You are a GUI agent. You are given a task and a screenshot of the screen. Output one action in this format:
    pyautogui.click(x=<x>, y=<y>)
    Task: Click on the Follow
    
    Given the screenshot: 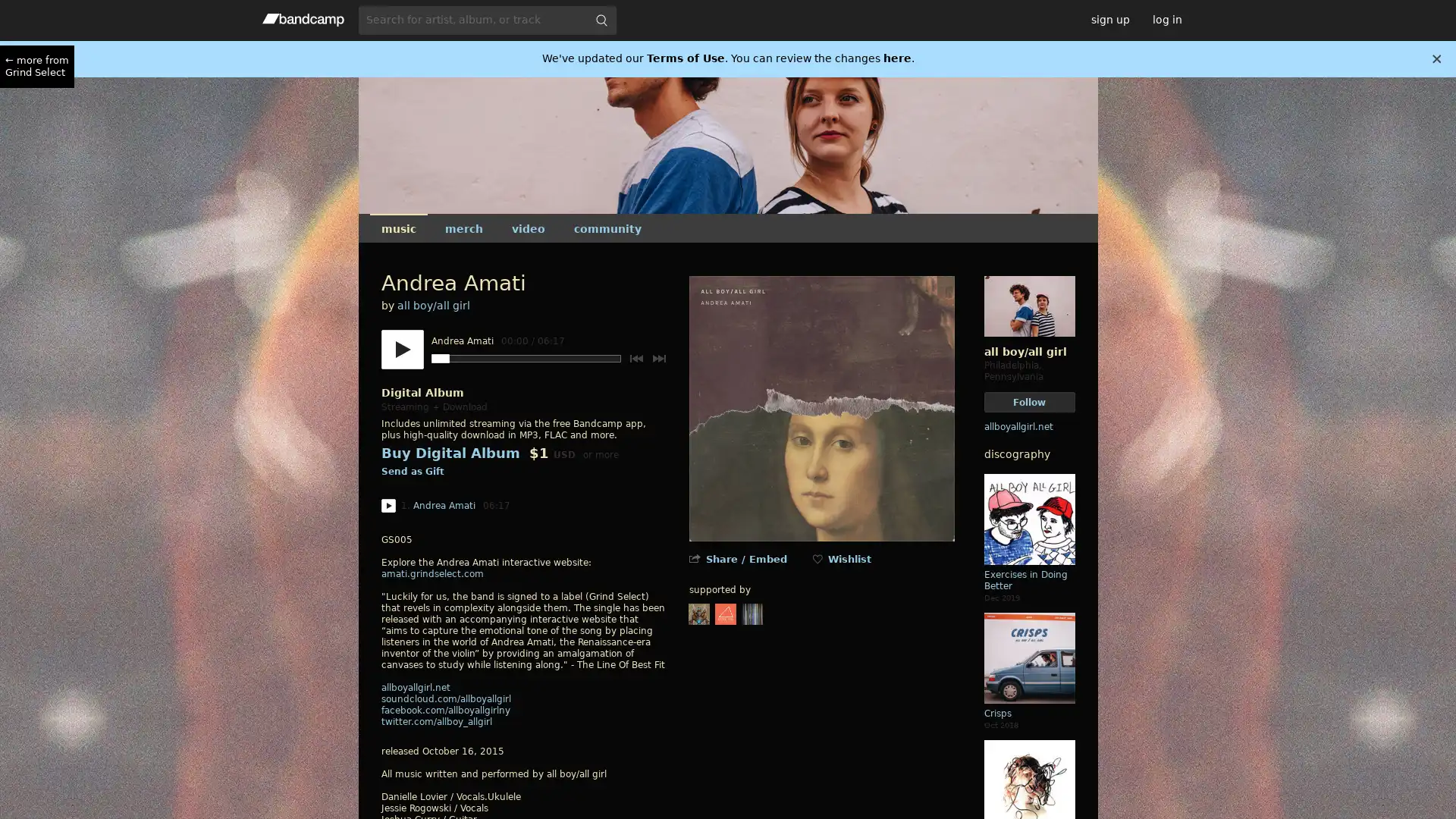 What is the action you would take?
    pyautogui.click(x=1029, y=401)
    